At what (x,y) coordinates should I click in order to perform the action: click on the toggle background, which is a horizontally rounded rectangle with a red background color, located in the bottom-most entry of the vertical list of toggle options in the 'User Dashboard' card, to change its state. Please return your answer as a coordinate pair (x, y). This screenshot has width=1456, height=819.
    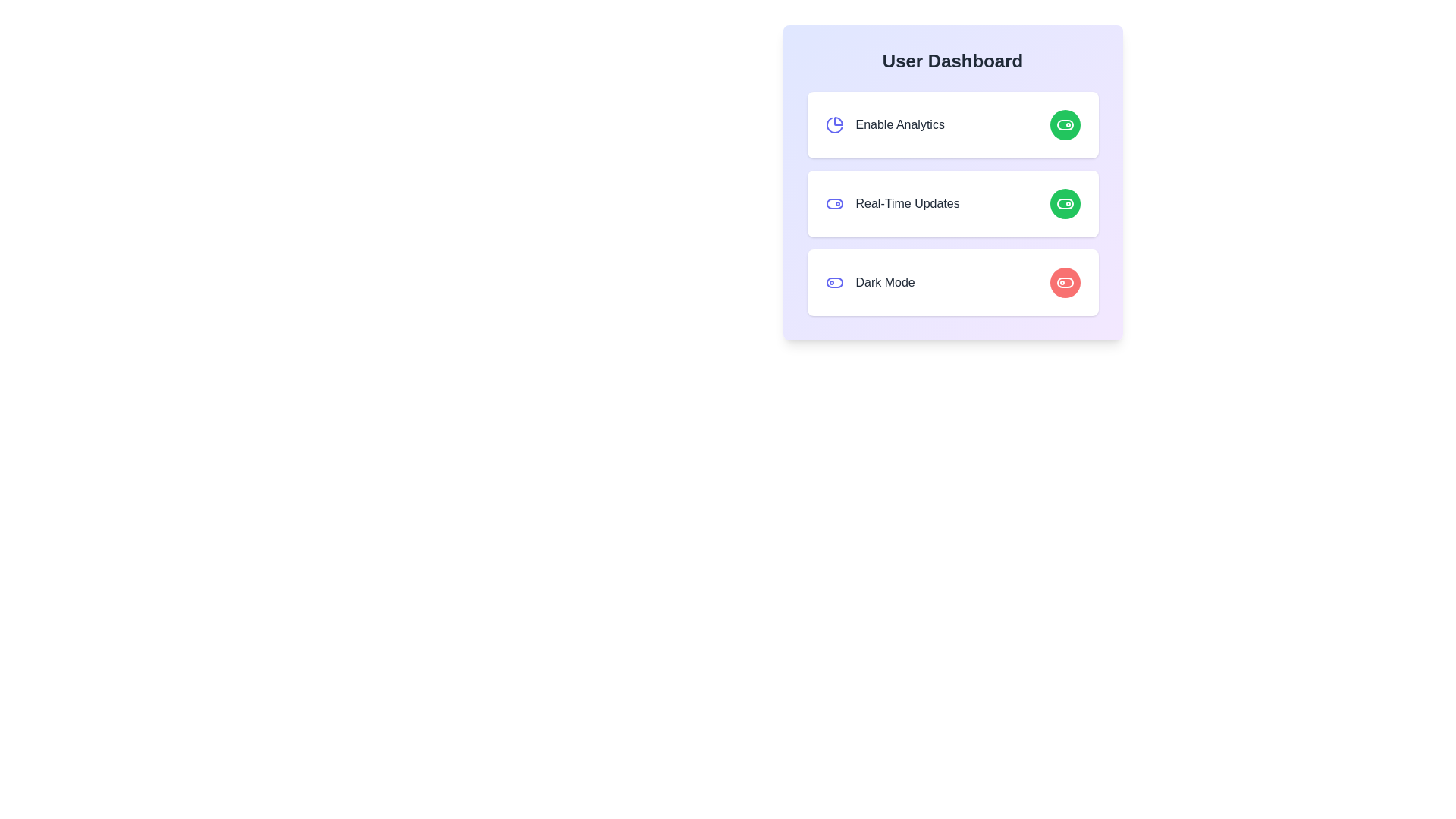
    Looking at the image, I should click on (1064, 283).